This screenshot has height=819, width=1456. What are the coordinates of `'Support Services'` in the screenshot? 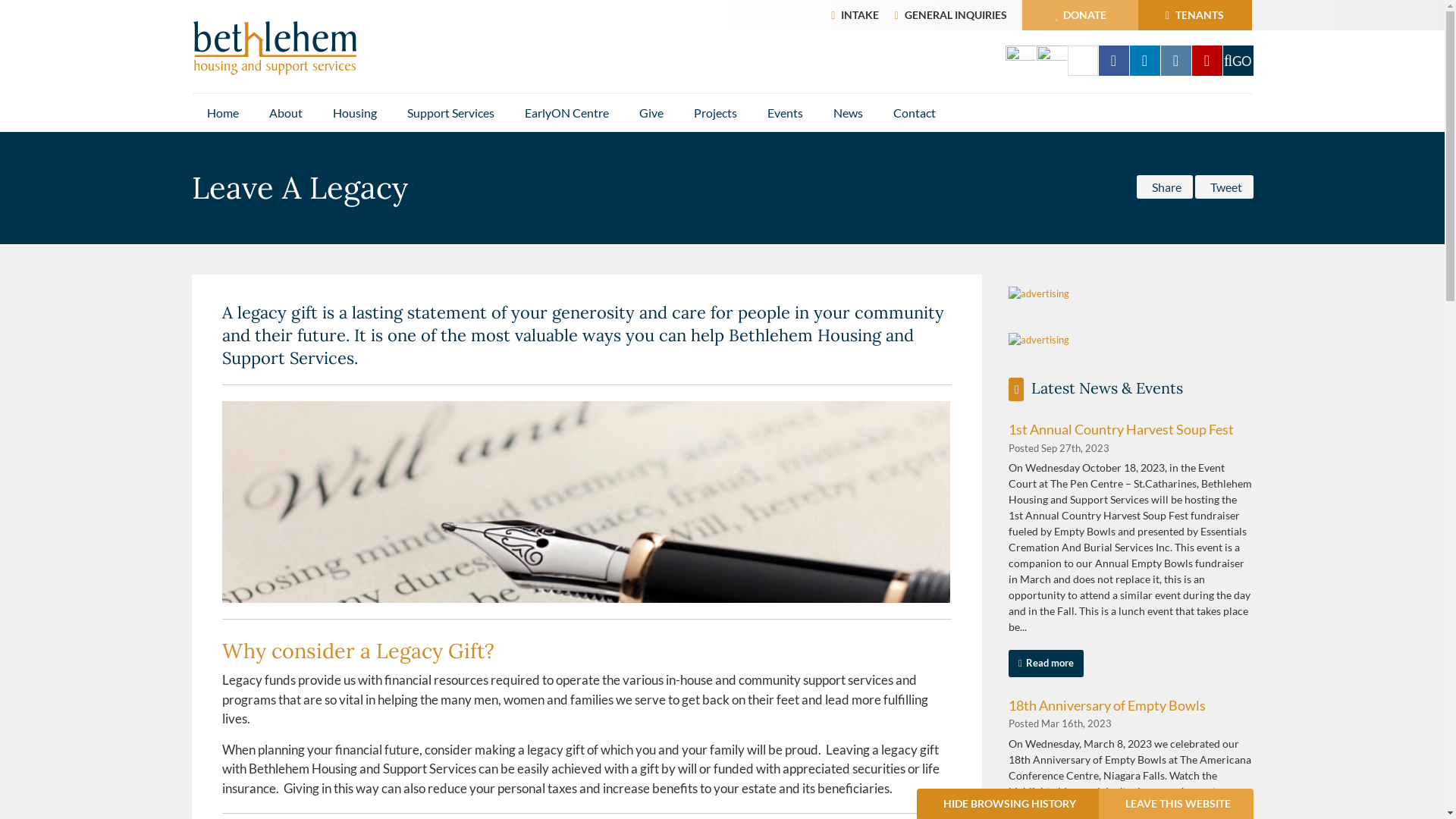 It's located at (449, 112).